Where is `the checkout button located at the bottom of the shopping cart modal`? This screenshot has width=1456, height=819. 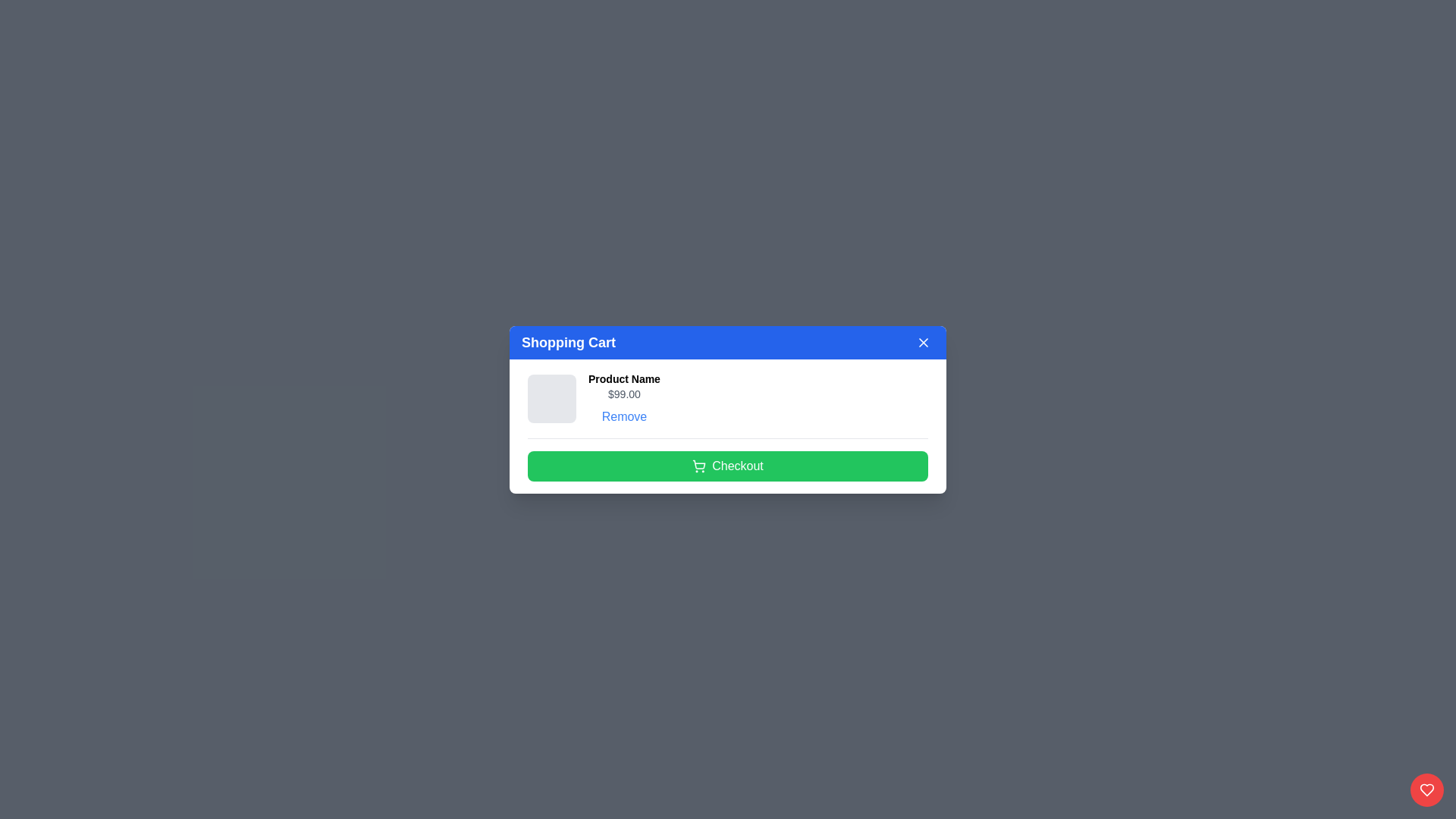 the checkout button located at the bottom of the shopping cart modal is located at coordinates (728, 464).